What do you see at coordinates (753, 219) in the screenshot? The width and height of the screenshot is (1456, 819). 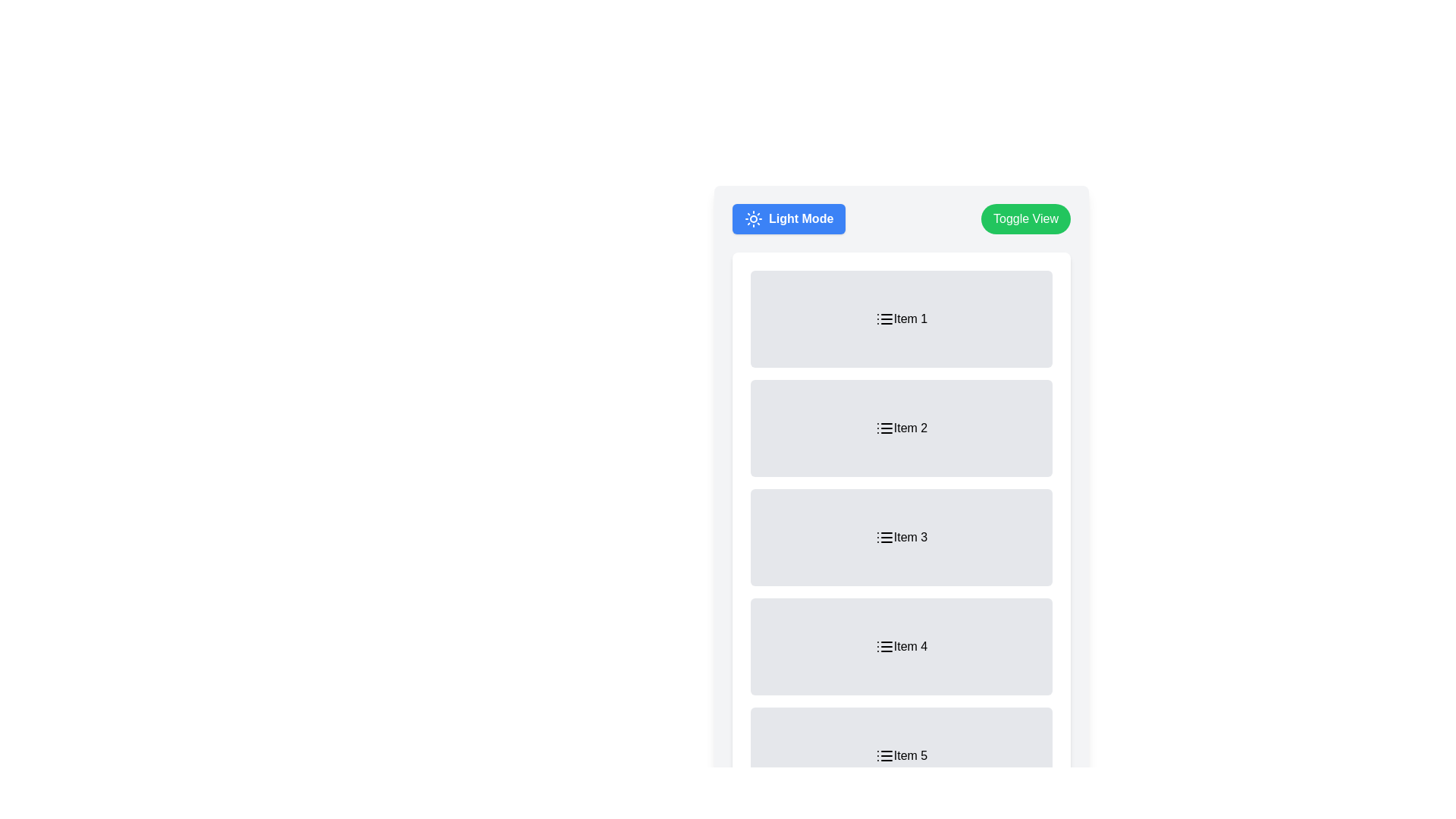 I see `the sun icon located inside the blue 'Light Mode' button to trigger potential hover effects` at bounding box center [753, 219].